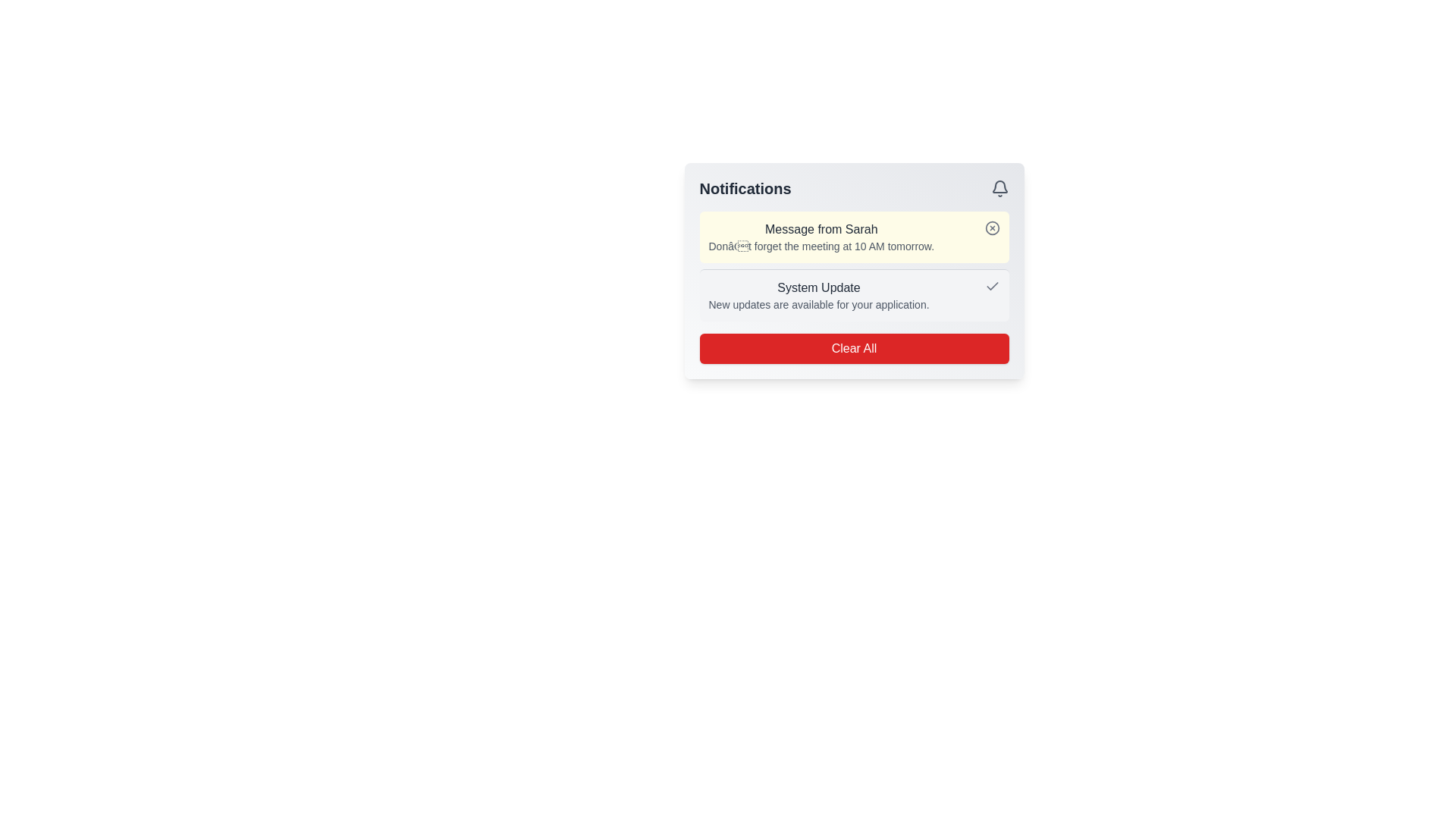  I want to click on the small gray checkmark icon located at the right end of the 'System Update' notification message, next to the text 'New updates are available for your application.', so click(992, 287).